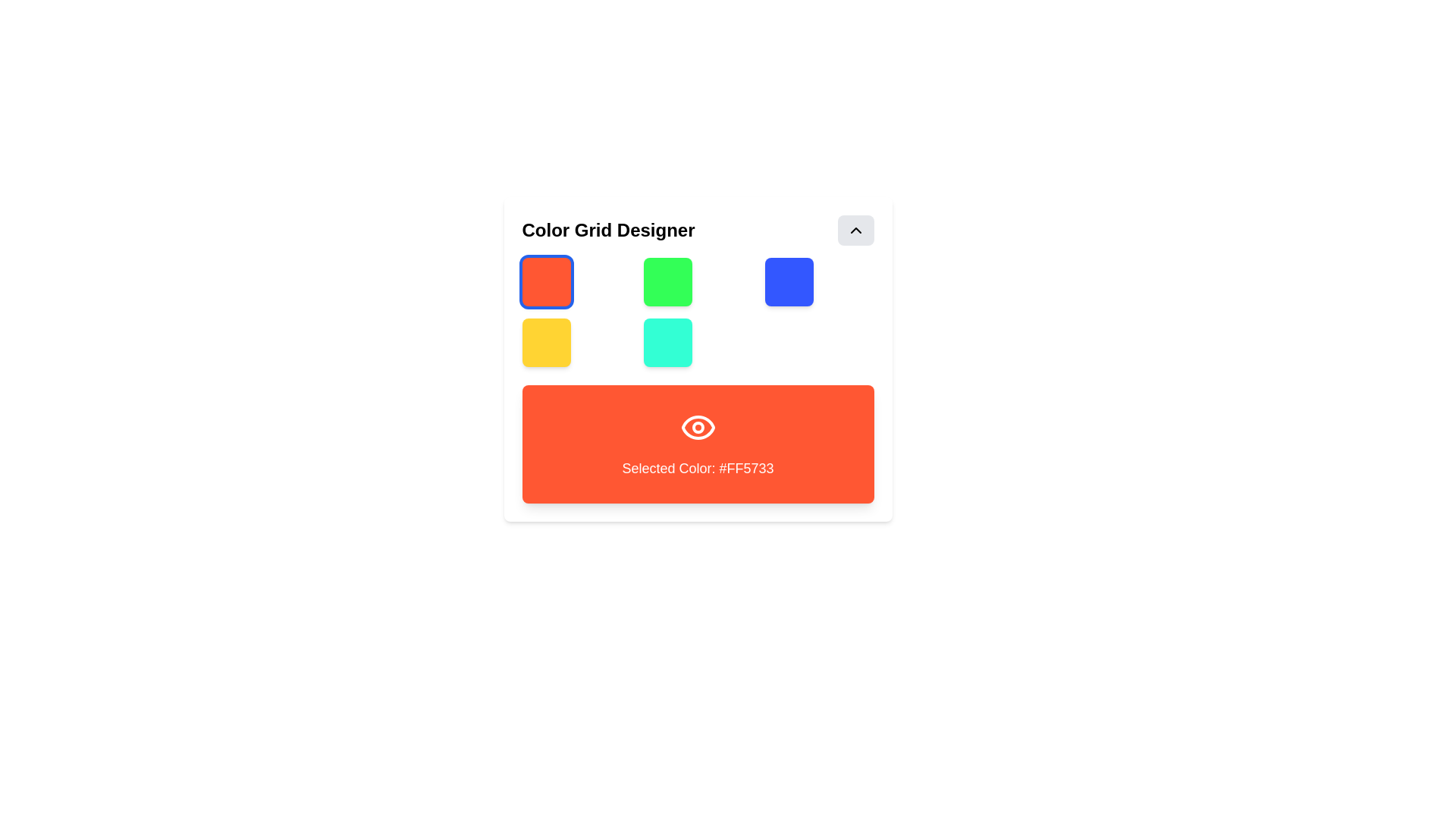  I want to click on the vibrant red square-shaped selectable color icon with rounded corners, located, so click(546, 281).